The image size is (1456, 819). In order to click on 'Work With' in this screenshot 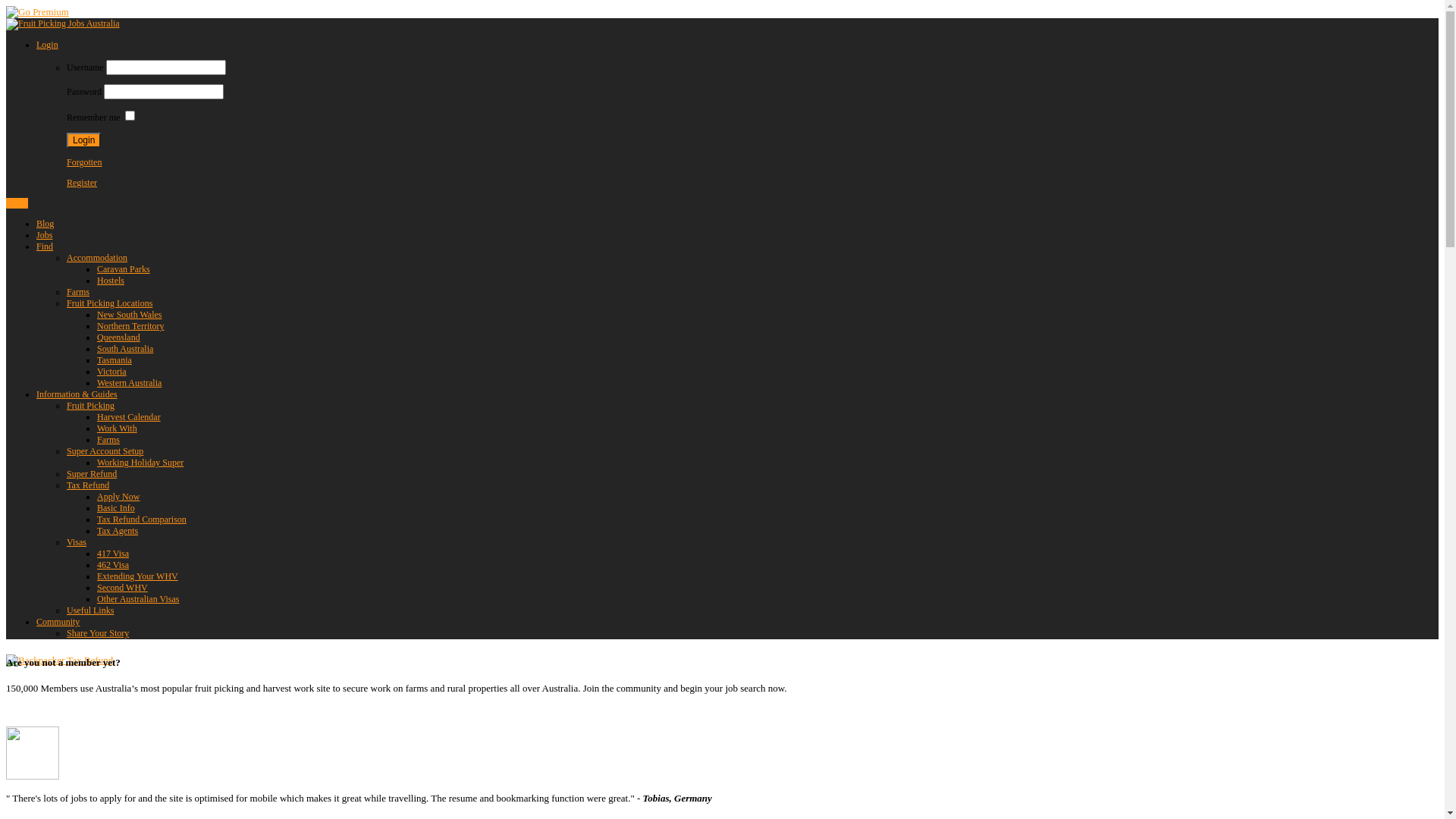, I will do `click(116, 428)`.